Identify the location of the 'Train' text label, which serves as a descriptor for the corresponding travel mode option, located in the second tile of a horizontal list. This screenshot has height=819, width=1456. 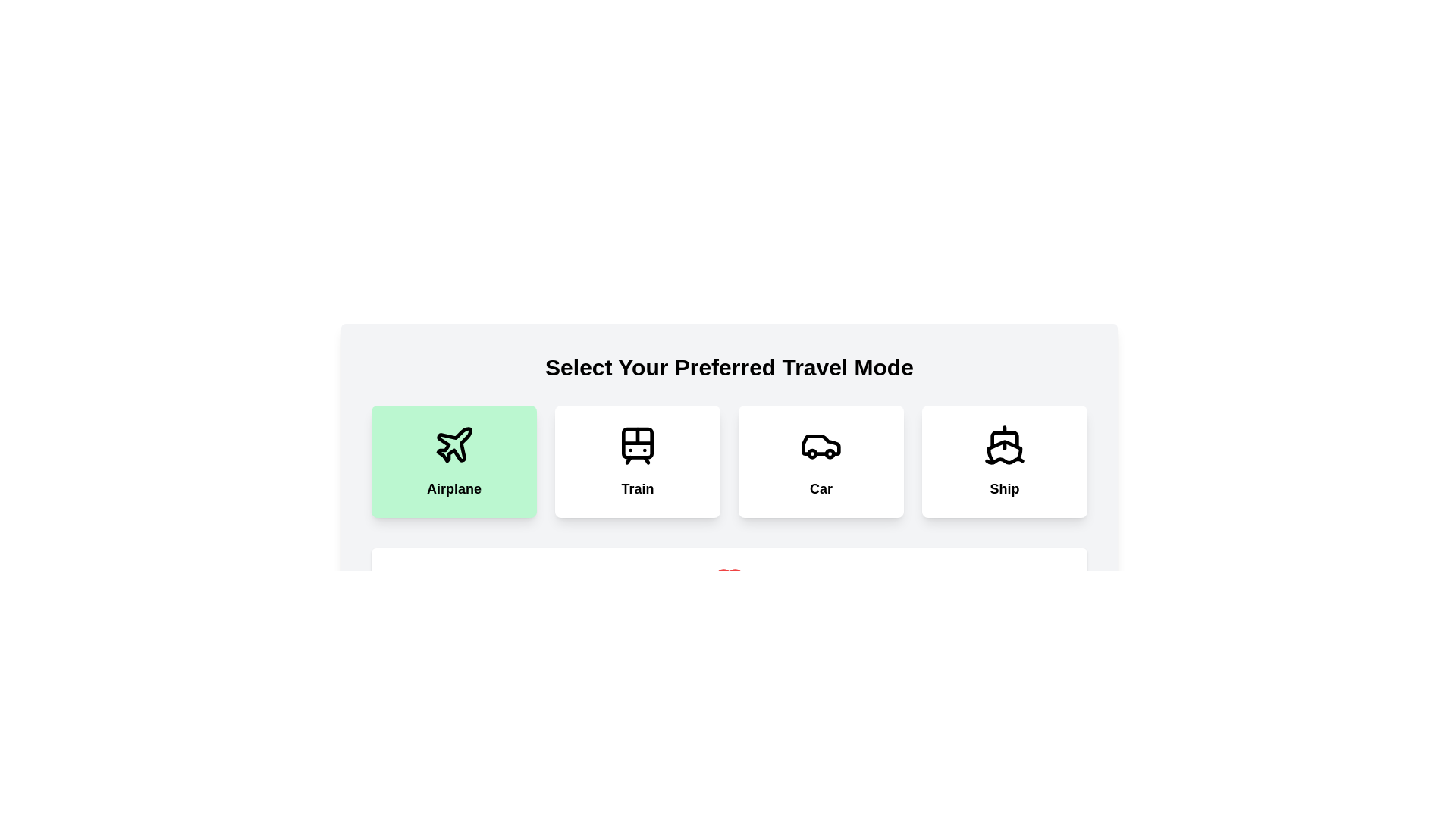
(637, 488).